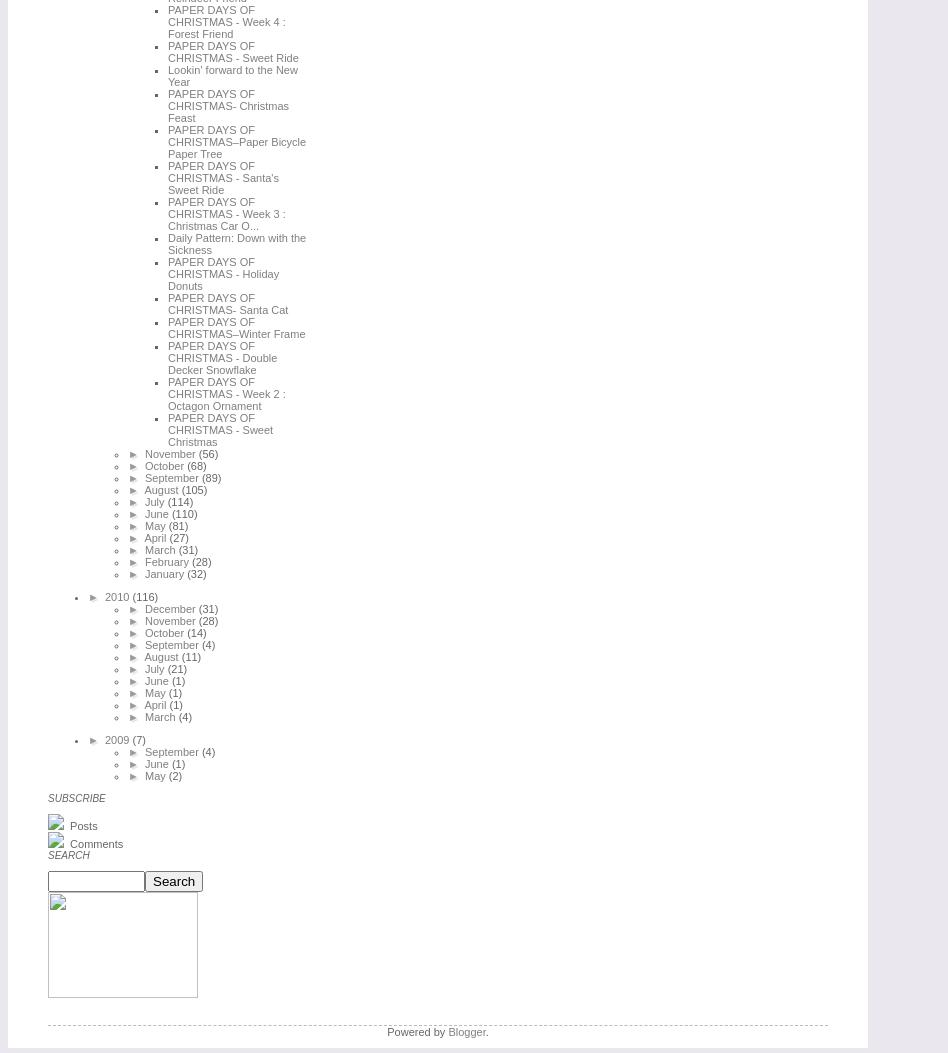  What do you see at coordinates (210, 476) in the screenshot?
I see `'(89)'` at bounding box center [210, 476].